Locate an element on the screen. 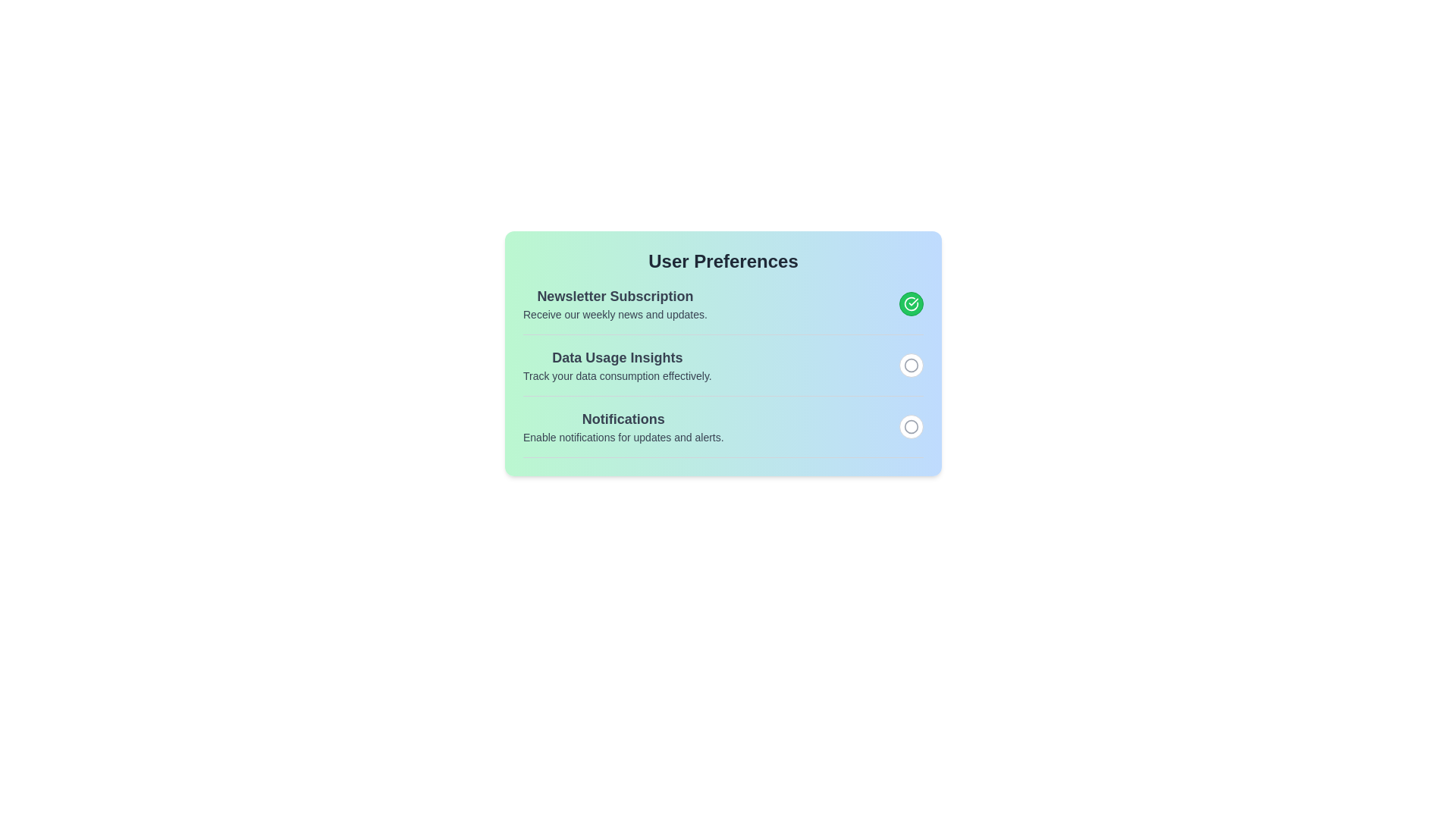 The width and height of the screenshot is (1456, 819). the 'Newsletter Subscription' confirmation button located to the right of the subscription text is located at coordinates (910, 304).